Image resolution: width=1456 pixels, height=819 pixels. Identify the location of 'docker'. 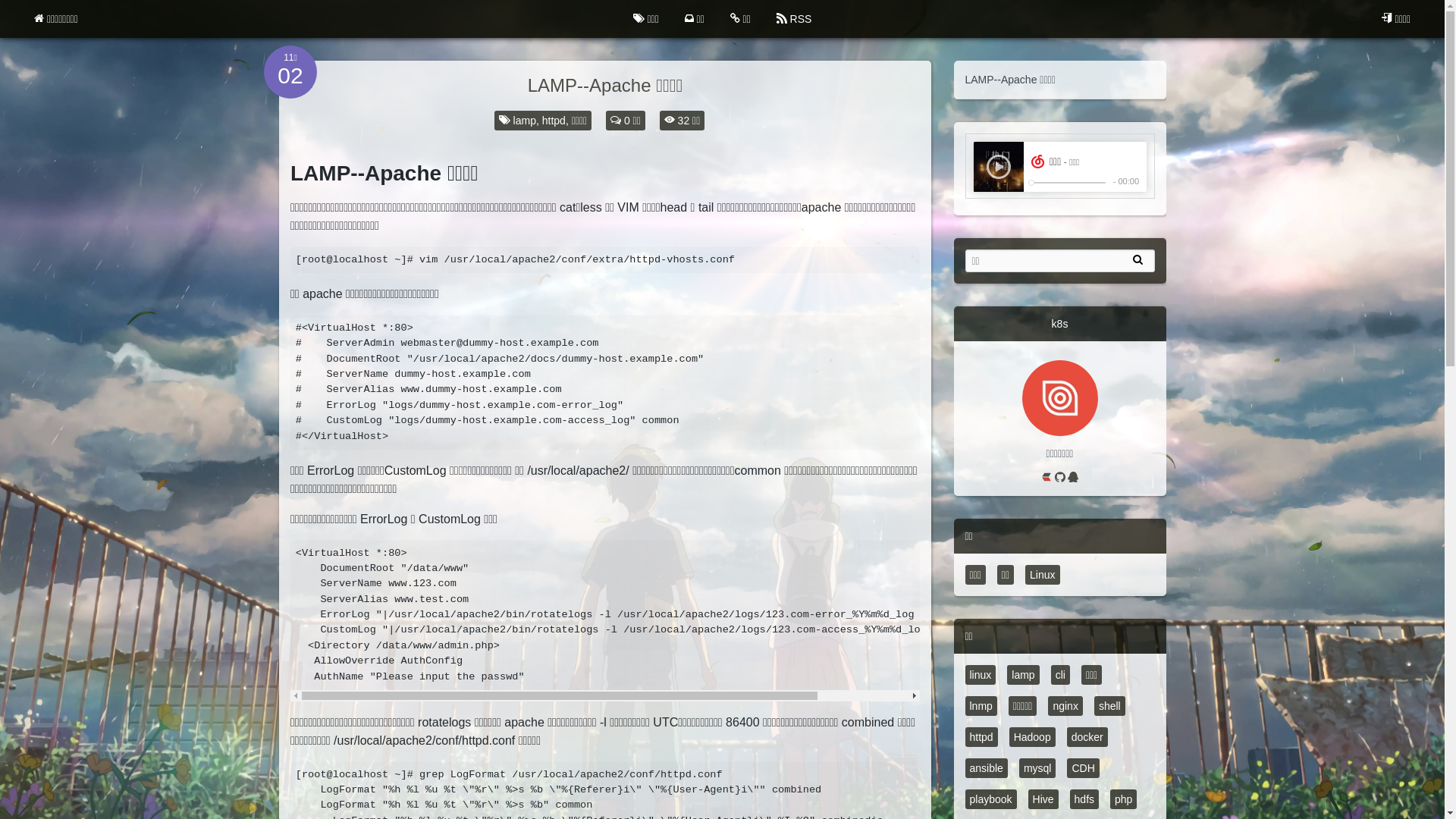
(1087, 736).